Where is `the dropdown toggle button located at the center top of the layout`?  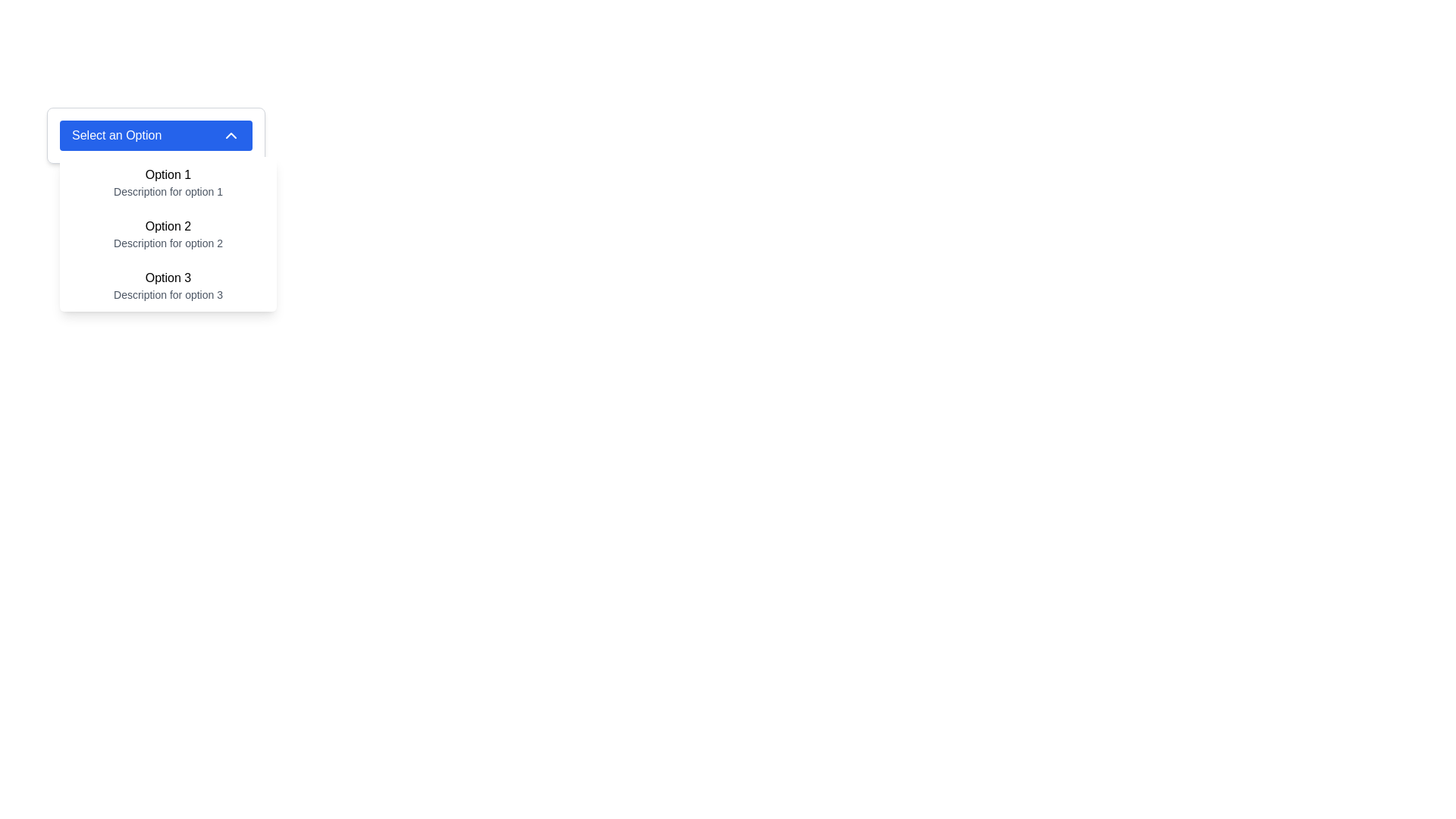 the dropdown toggle button located at the center top of the layout is located at coordinates (156, 134).